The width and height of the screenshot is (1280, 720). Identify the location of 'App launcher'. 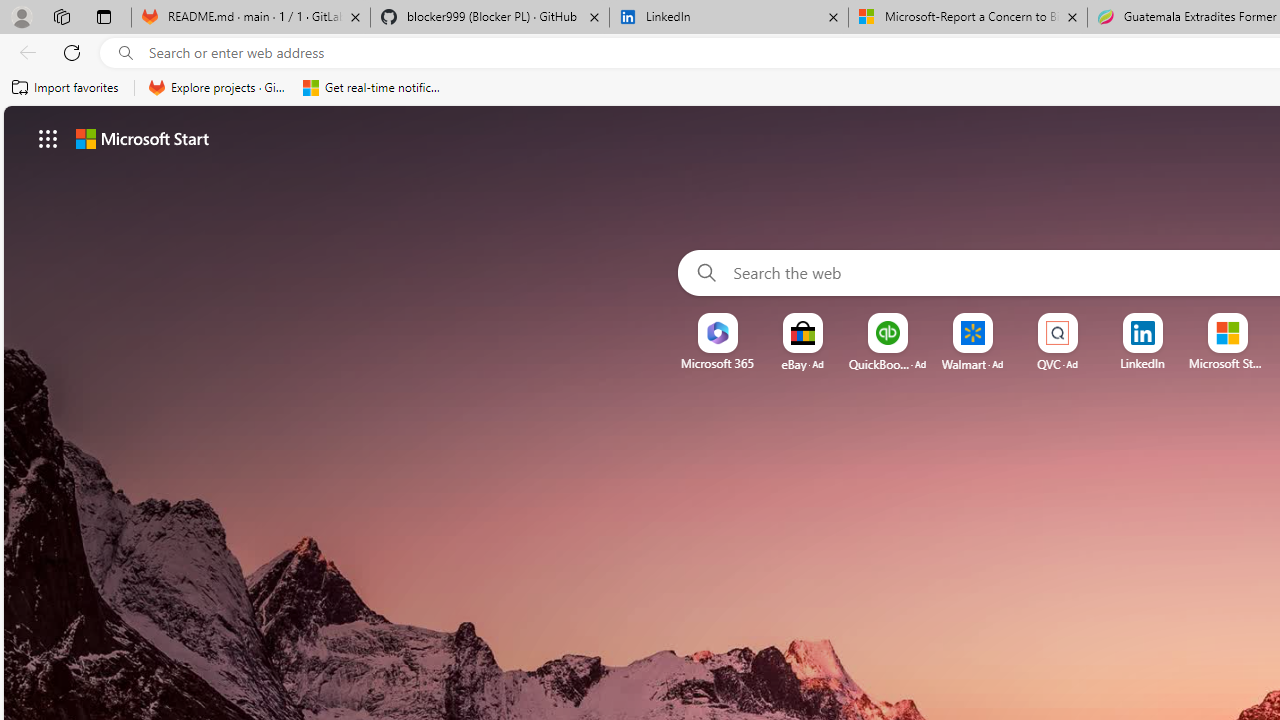
(48, 137).